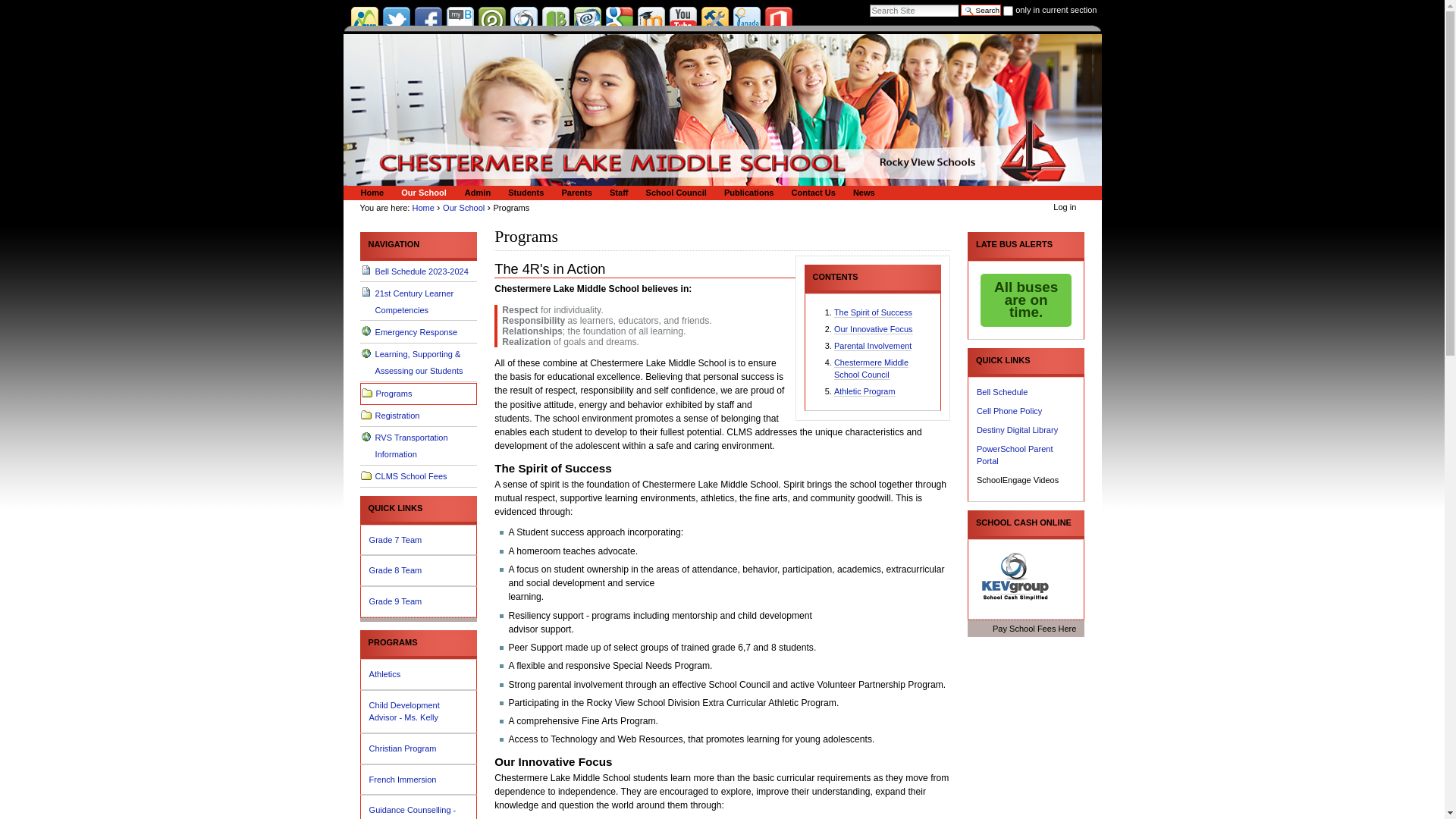 This screenshot has height=819, width=1456. I want to click on 'Athletic Program', so click(833, 391).